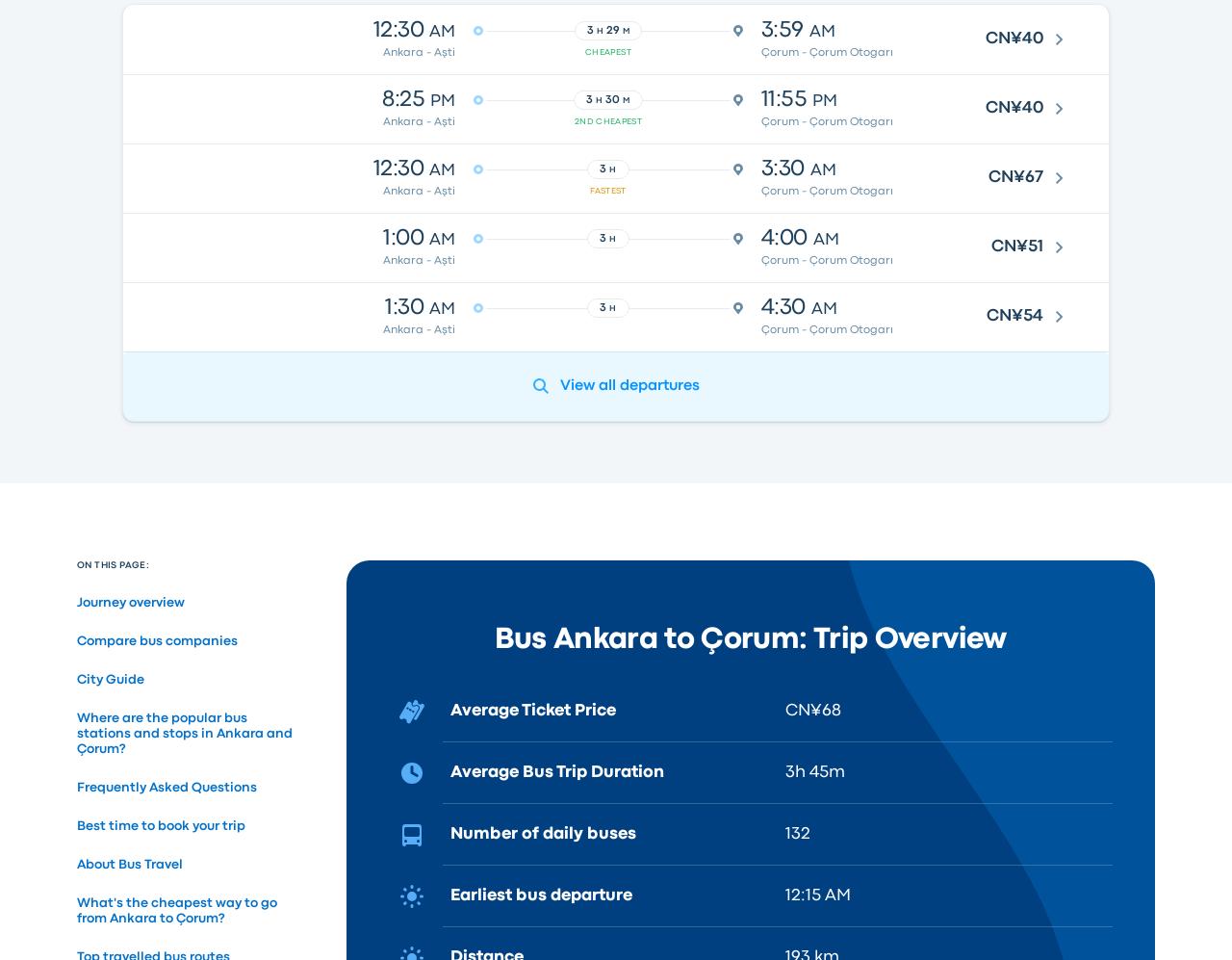  Describe the element at coordinates (531, 710) in the screenshot. I see `'Average Ticket Price'` at that location.